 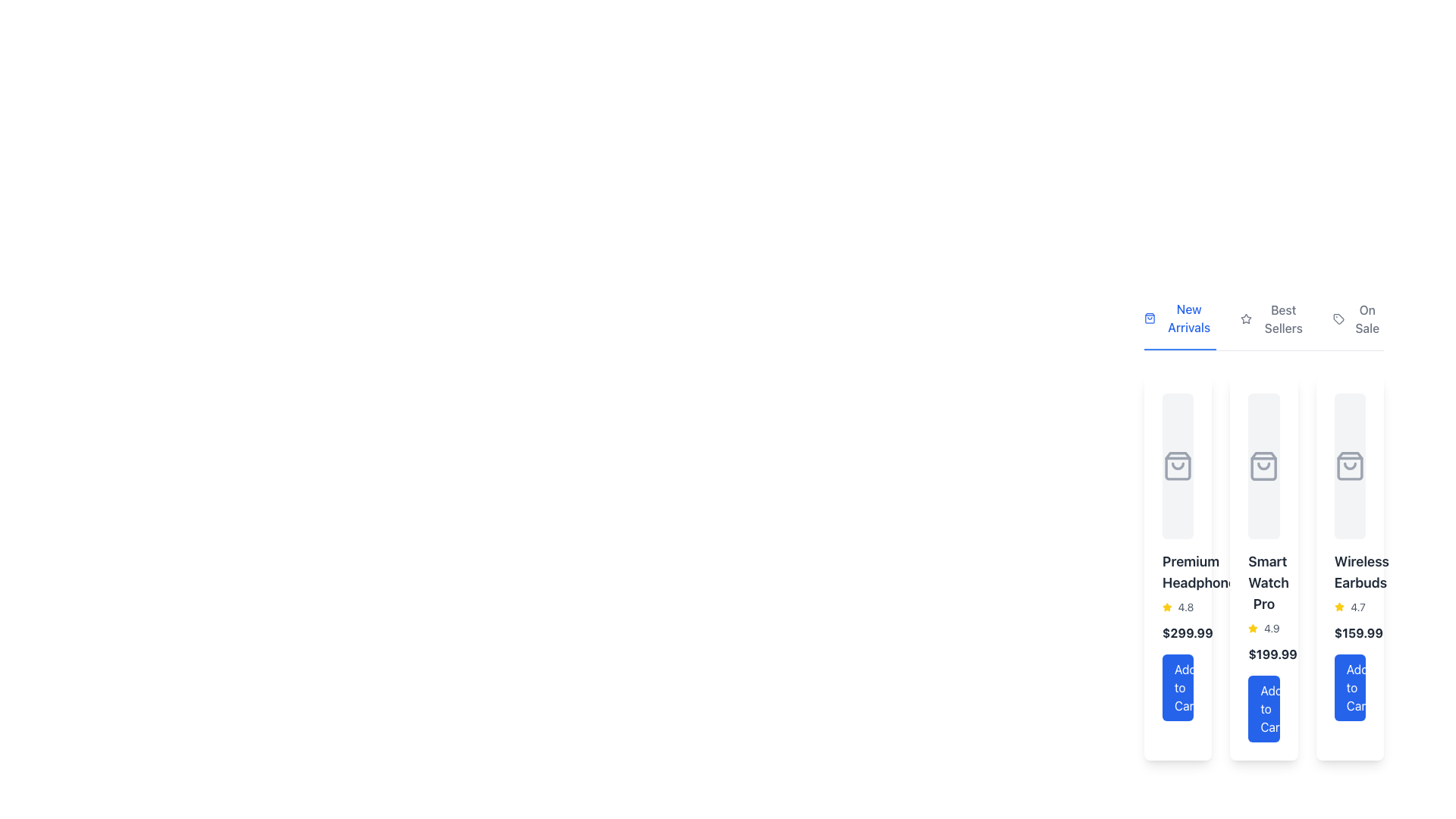 What do you see at coordinates (1339, 606) in the screenshot?
I see `the yellow star icon representing the rating for the 'Wireless Earbuds', which is the first in the series of star icons` at bounding box center [1339, 606].